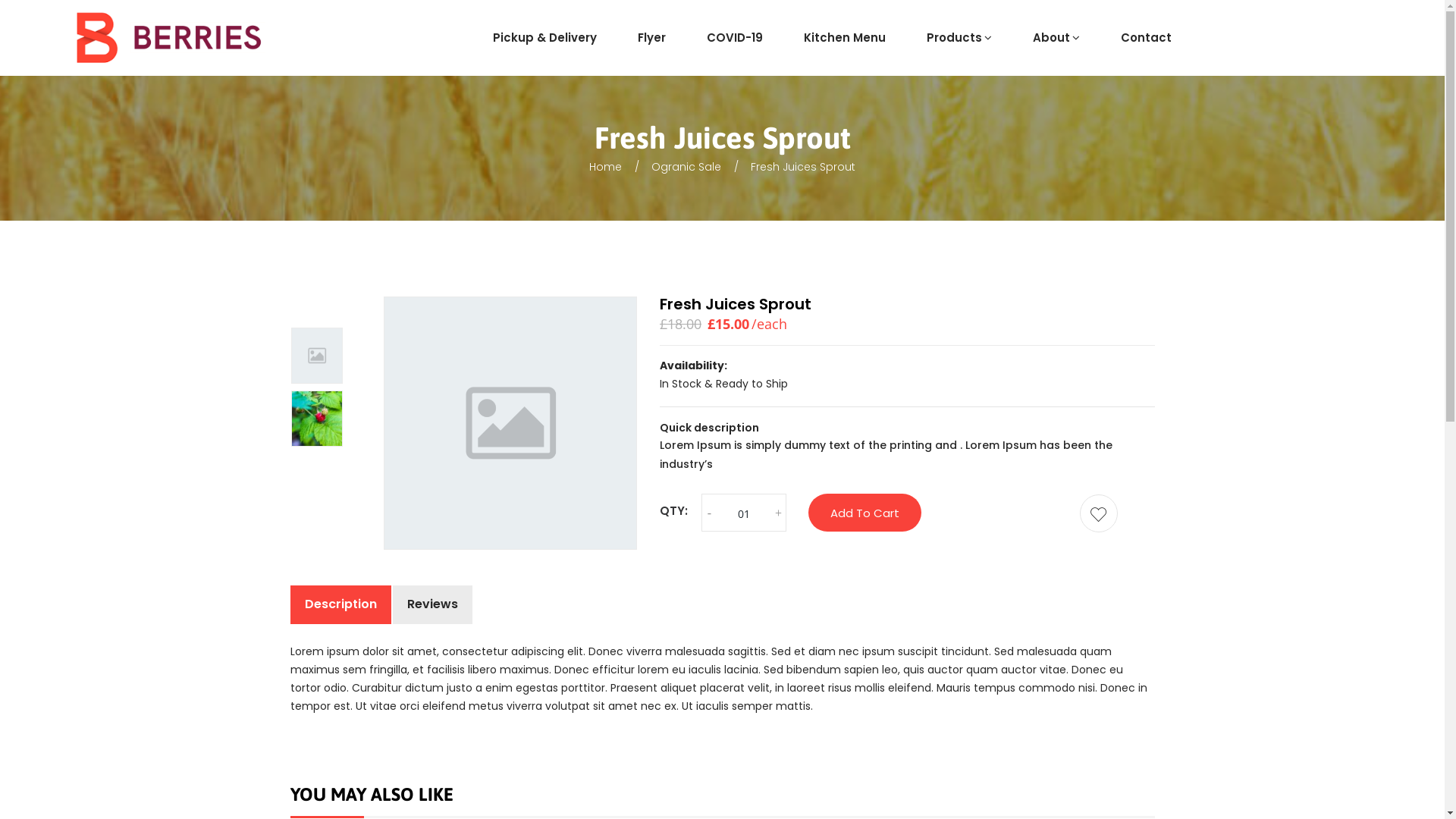 The width and height of the screenshot is (1456, 819). Describe the element at coordinates (544, 37) in the screenshot. I see `'Pickup & Delivery'` at that location.